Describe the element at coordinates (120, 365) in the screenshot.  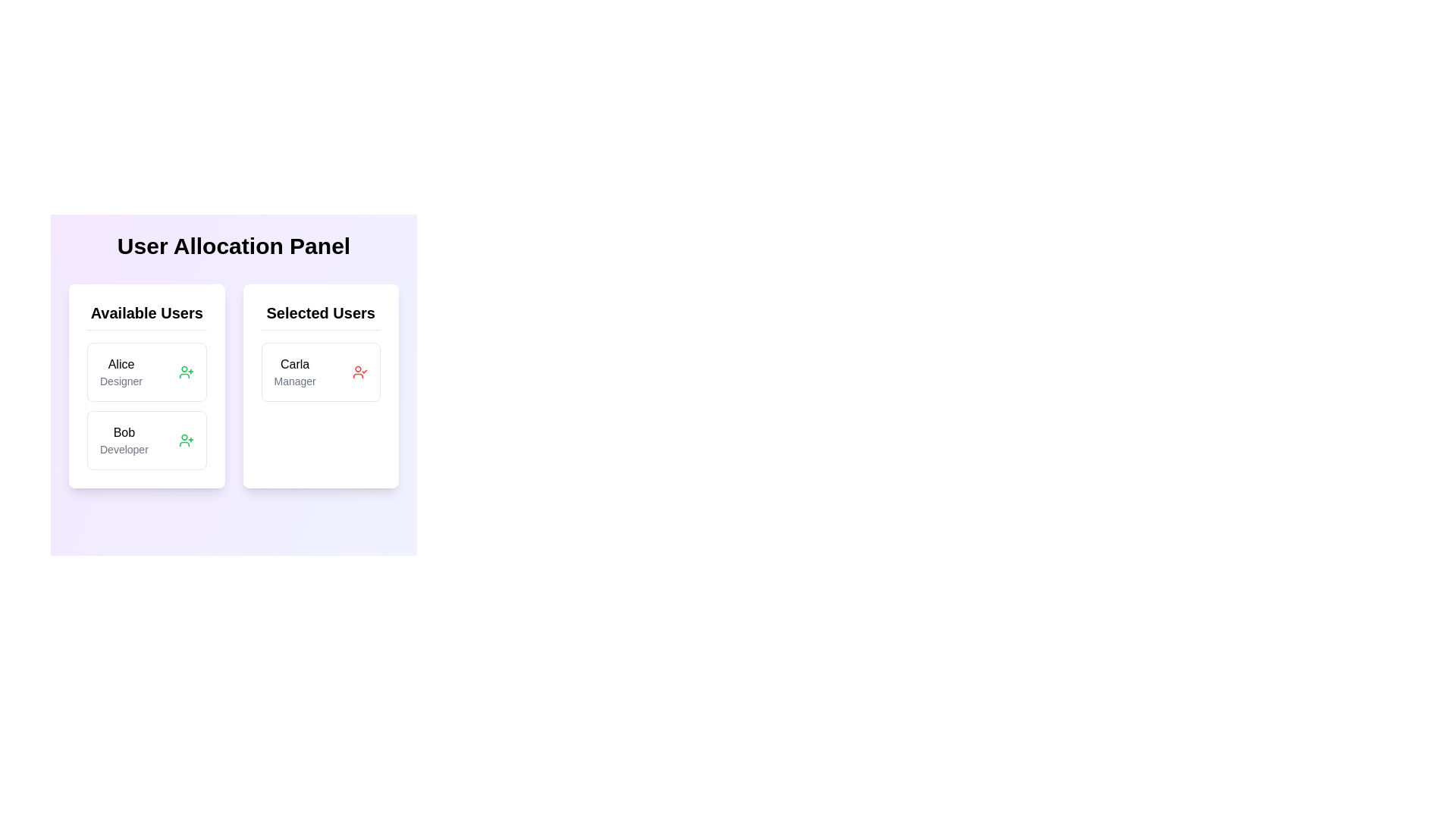
I see `the Text label displaying the name of the user available for selection in the panel, located in the upper left section of the card labeled 'Available Users'` at that location.